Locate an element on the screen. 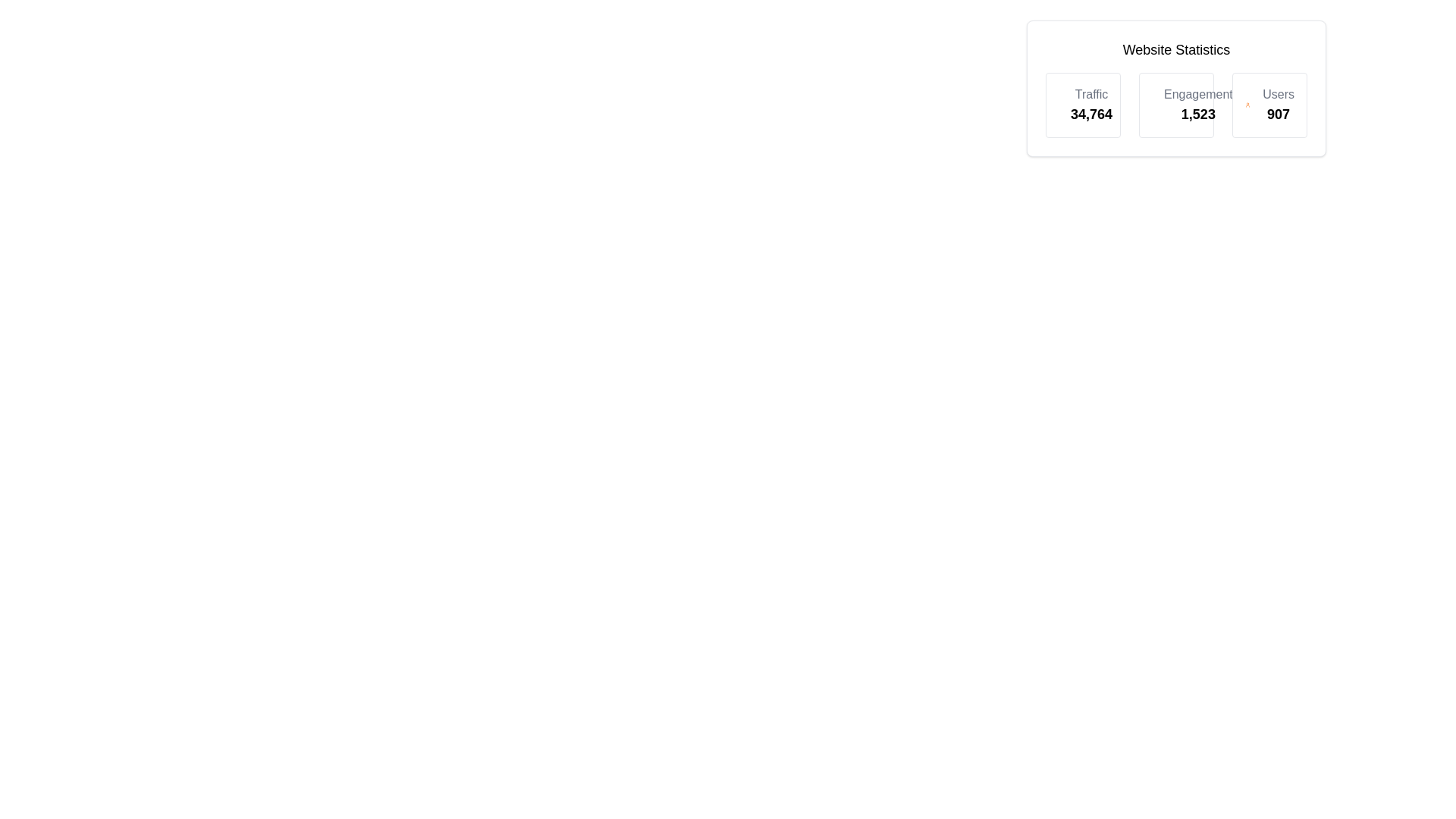 The image size is (1456, 819). the Text element displaying engagement statistics value, located in the statistics card below 'Website Statistics' and between 'Traffic' and 'Users' cards is located at coordinates (1197, 104).